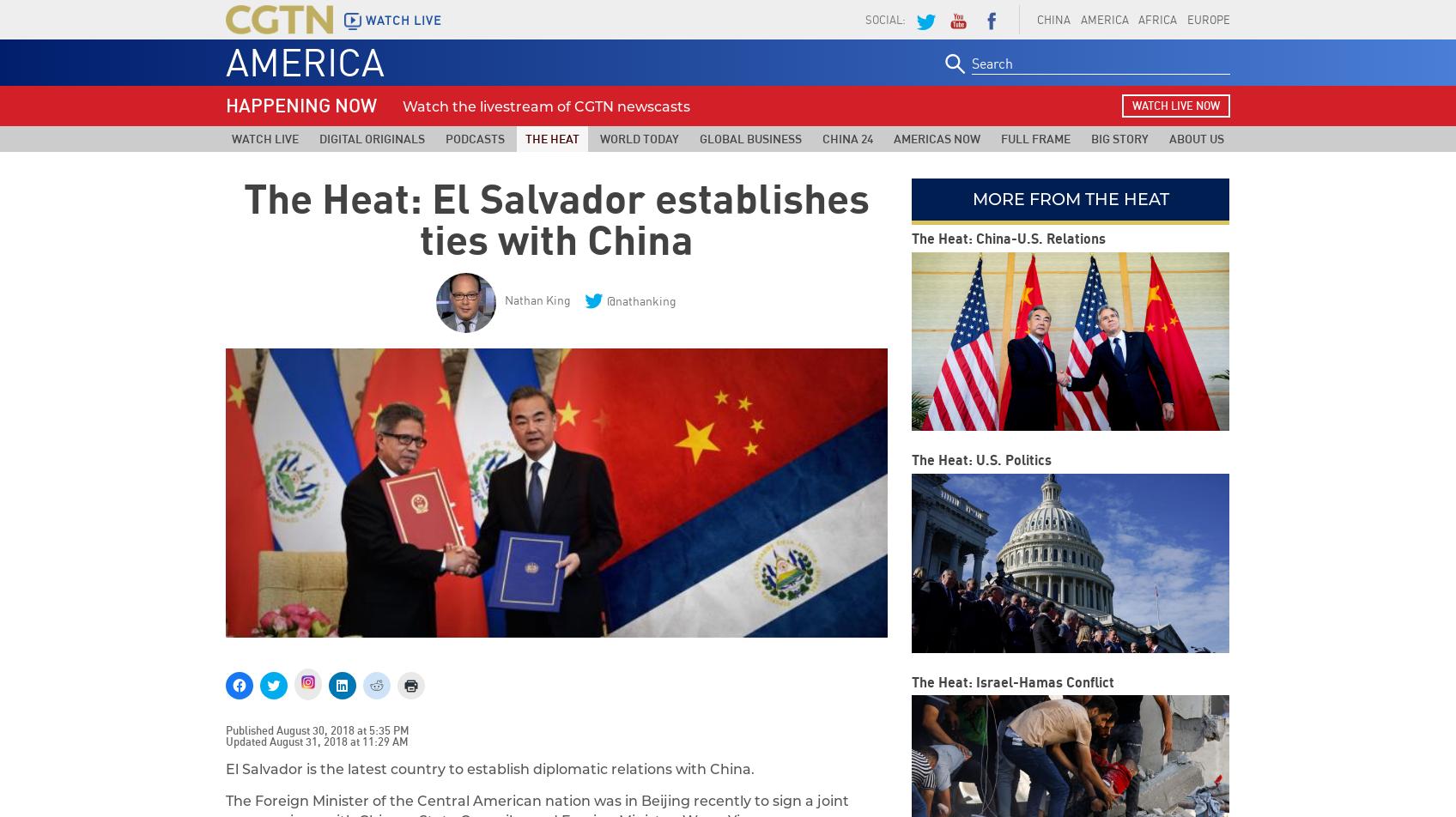 The image size is (1456, 817). I want to click on 'World Today', so click(598, 138).